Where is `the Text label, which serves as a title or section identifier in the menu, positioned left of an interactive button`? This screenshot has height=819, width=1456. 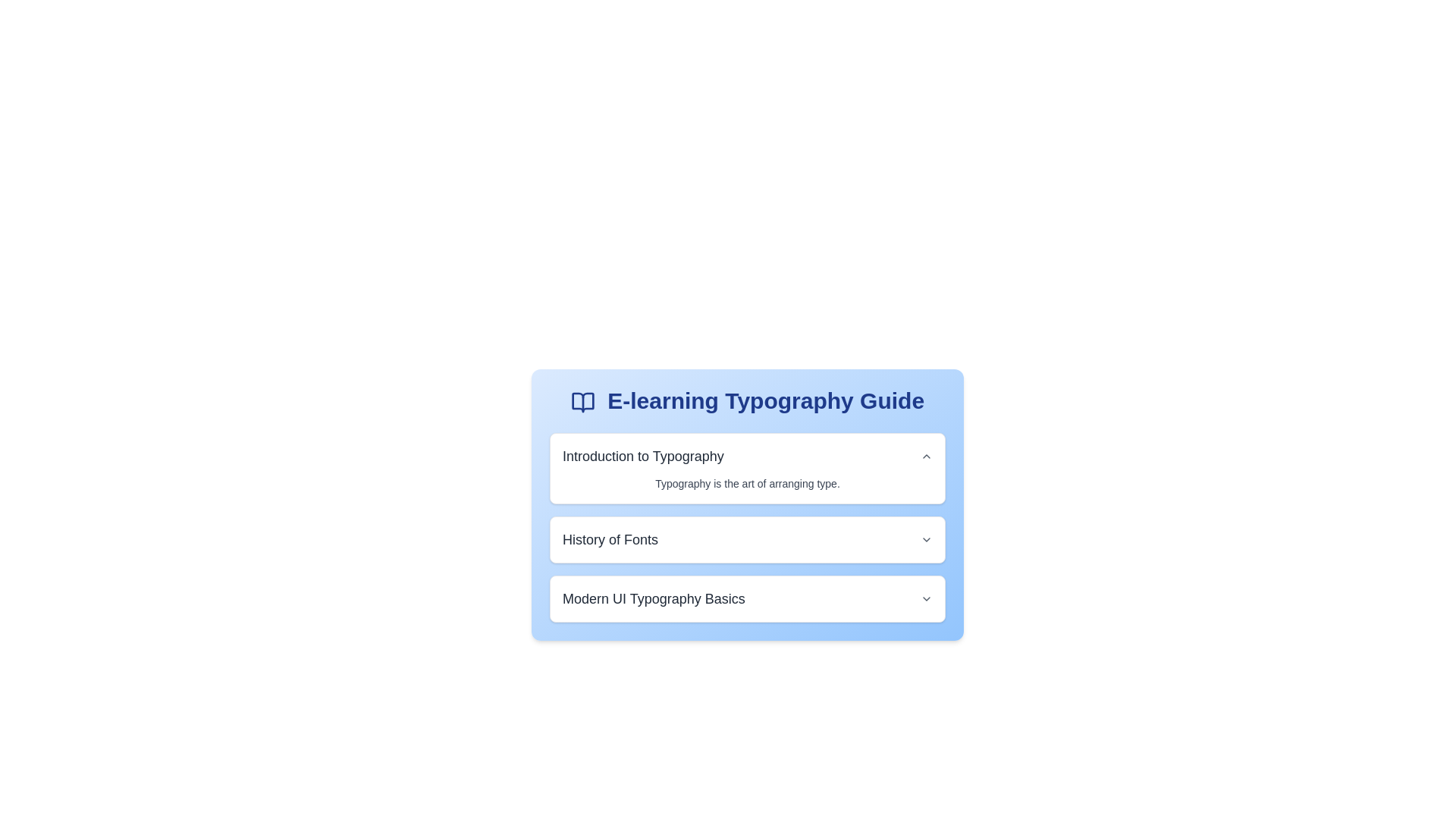 the Text label, which serves as a title or section identifier in the menu, positioned left of an interactive button is located at coordinates (610, 539).